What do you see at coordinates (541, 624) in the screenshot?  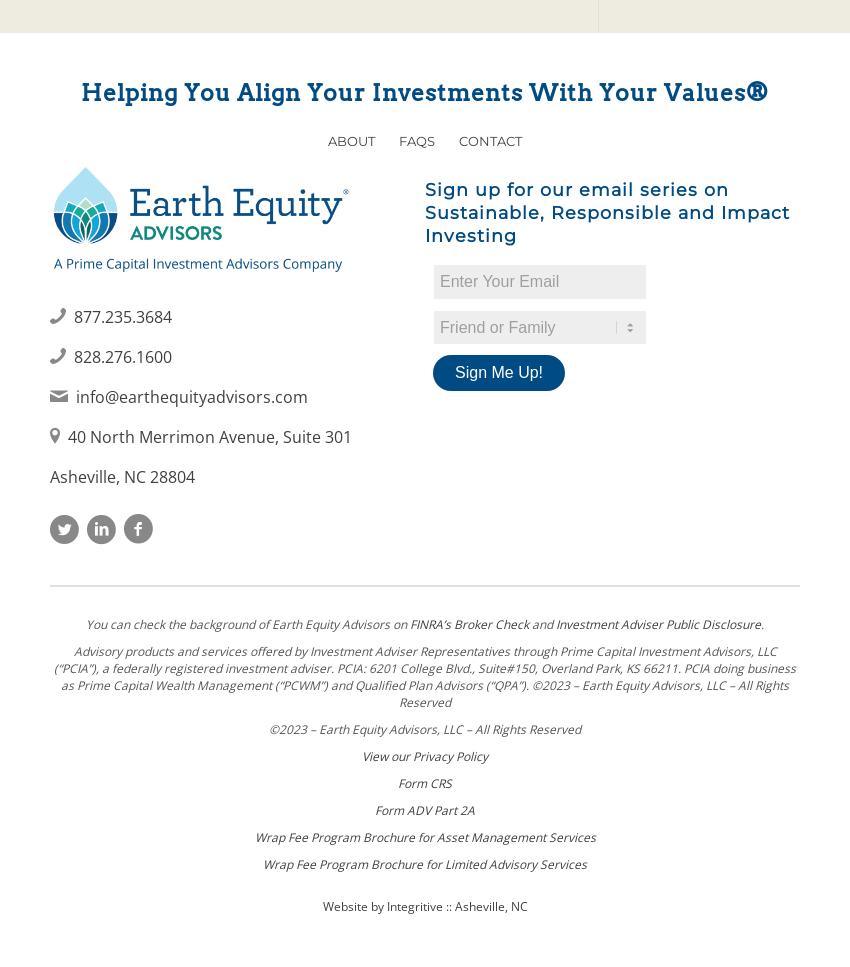 I see `'and'` at bounding box center [541, 624].